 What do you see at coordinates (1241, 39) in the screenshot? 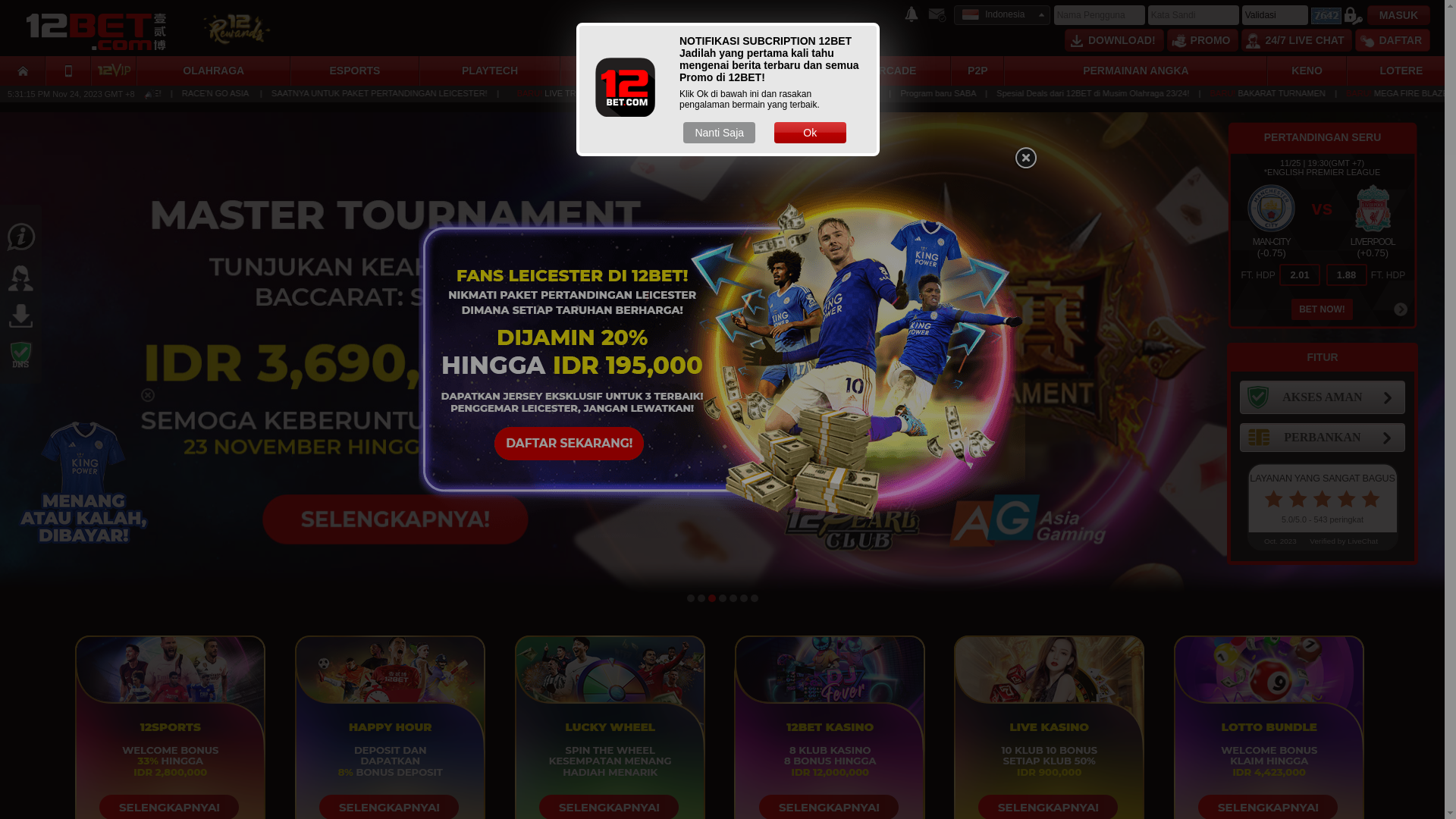
I see `'24/7 LIVE CHAT'` at bounding box center [1241, 39].